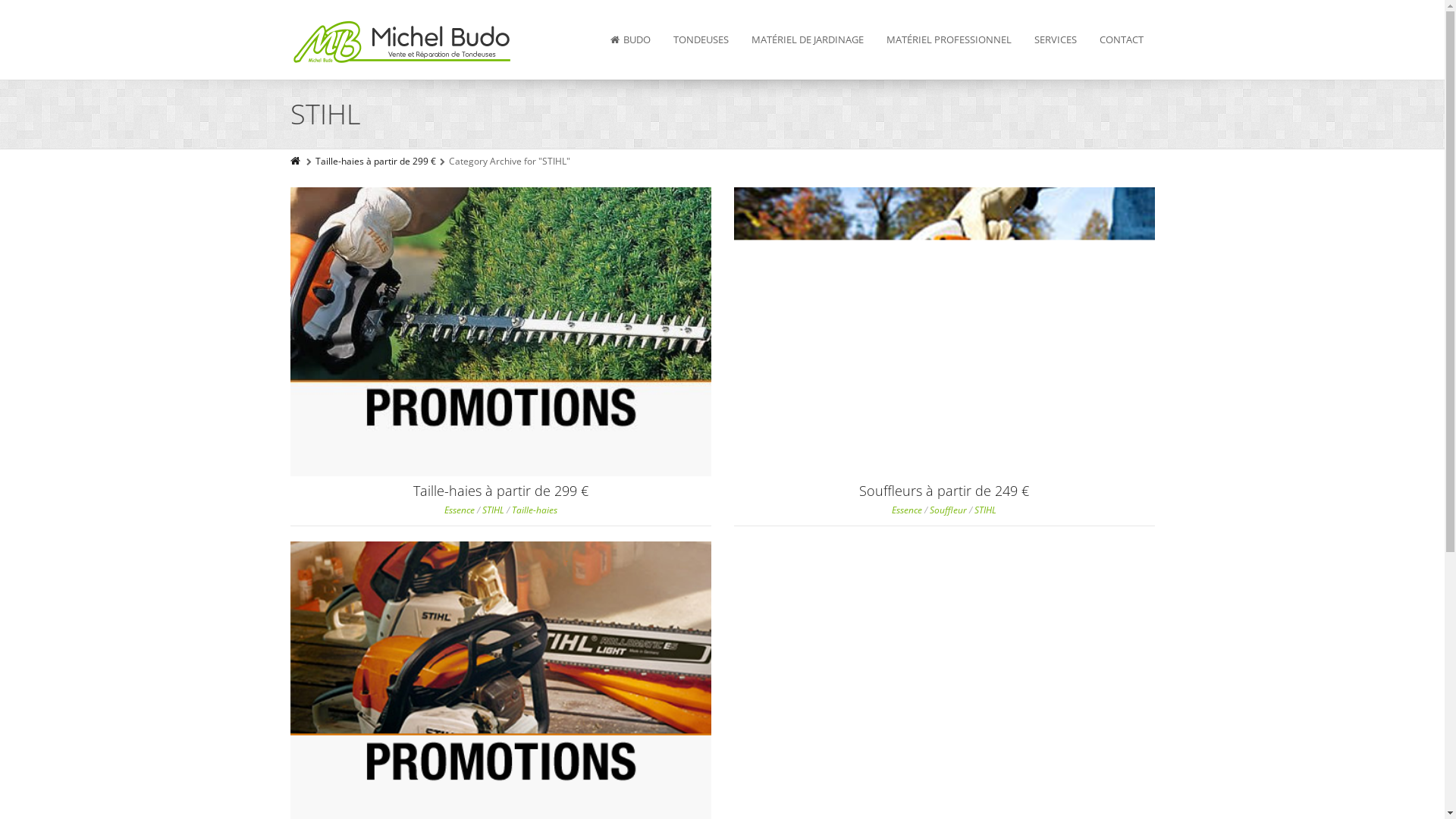 This screenshot has width=1456, height=819. What do you see at coordinates (481, 510) in the screenshot?
I see `'STIHL'` at bounding box center [481, 510].